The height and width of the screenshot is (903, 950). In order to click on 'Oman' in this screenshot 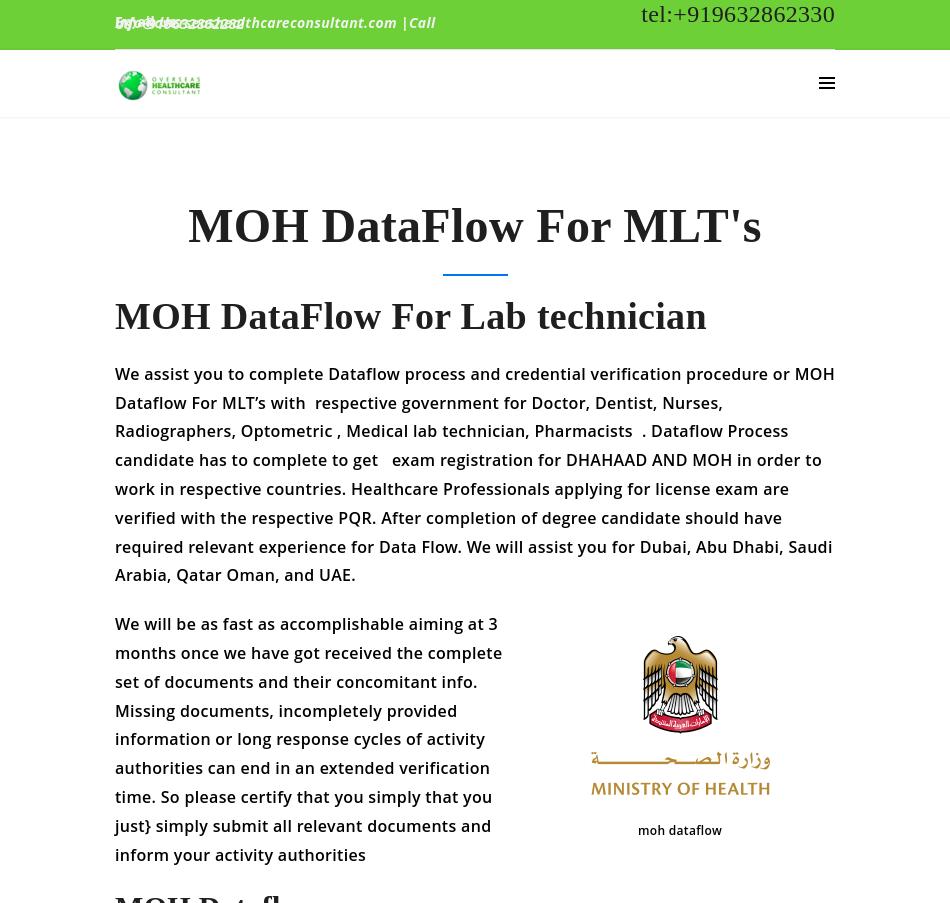, I will do `click(249, 588)`.